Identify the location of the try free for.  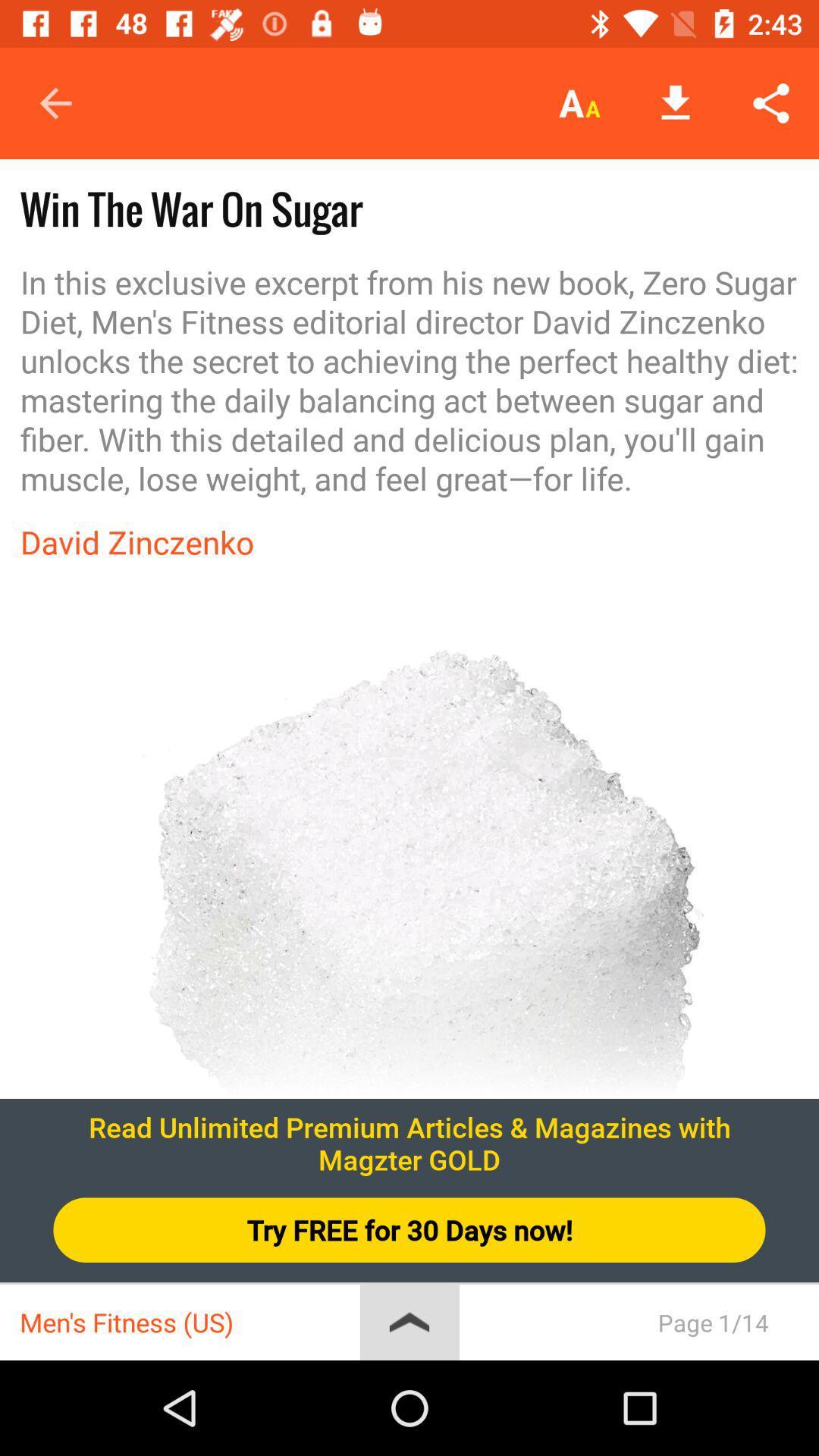
(409, 1230).